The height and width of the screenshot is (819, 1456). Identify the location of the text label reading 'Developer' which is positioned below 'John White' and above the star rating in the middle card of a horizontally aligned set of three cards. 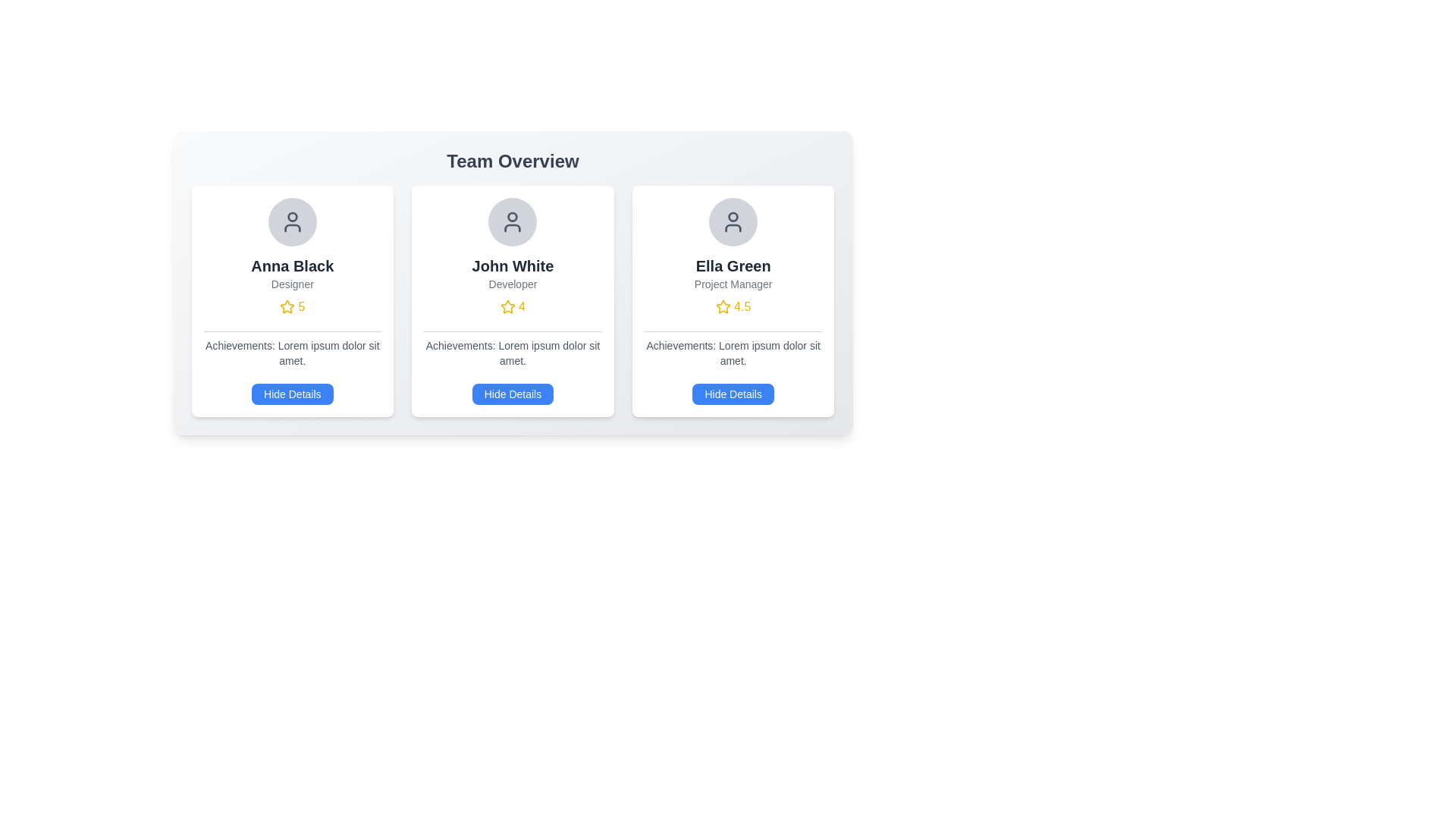
(513, 284).